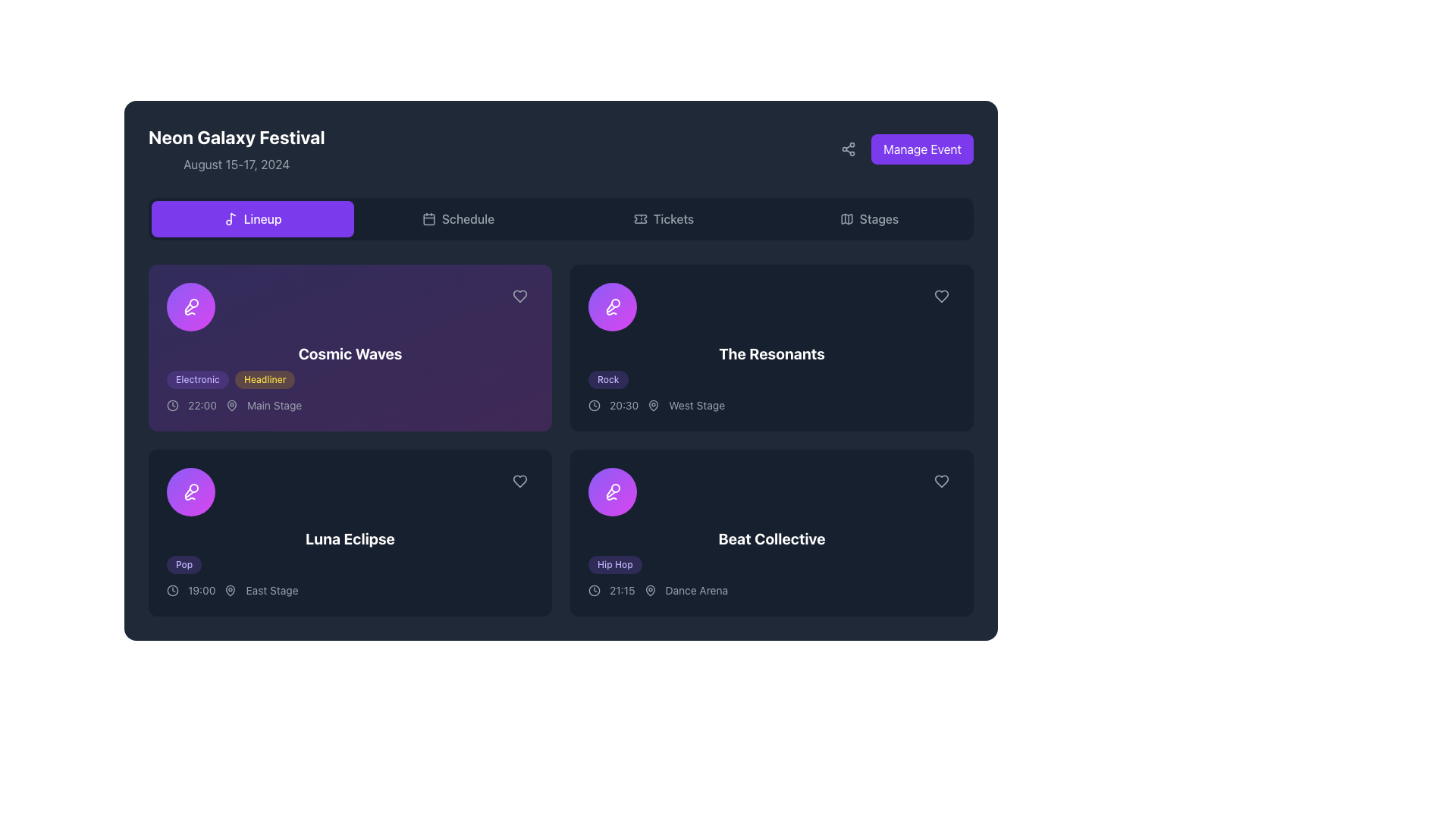 The image size is (1456, 819). What do you see at coordinates (696, 405) in the screenshot?
I see `the Text label indicating the location information of the event, which is located in the lower-right quadrant of the application layout, right after a clock icon and a time display ('20:30')` at bounding box center [696, 405].